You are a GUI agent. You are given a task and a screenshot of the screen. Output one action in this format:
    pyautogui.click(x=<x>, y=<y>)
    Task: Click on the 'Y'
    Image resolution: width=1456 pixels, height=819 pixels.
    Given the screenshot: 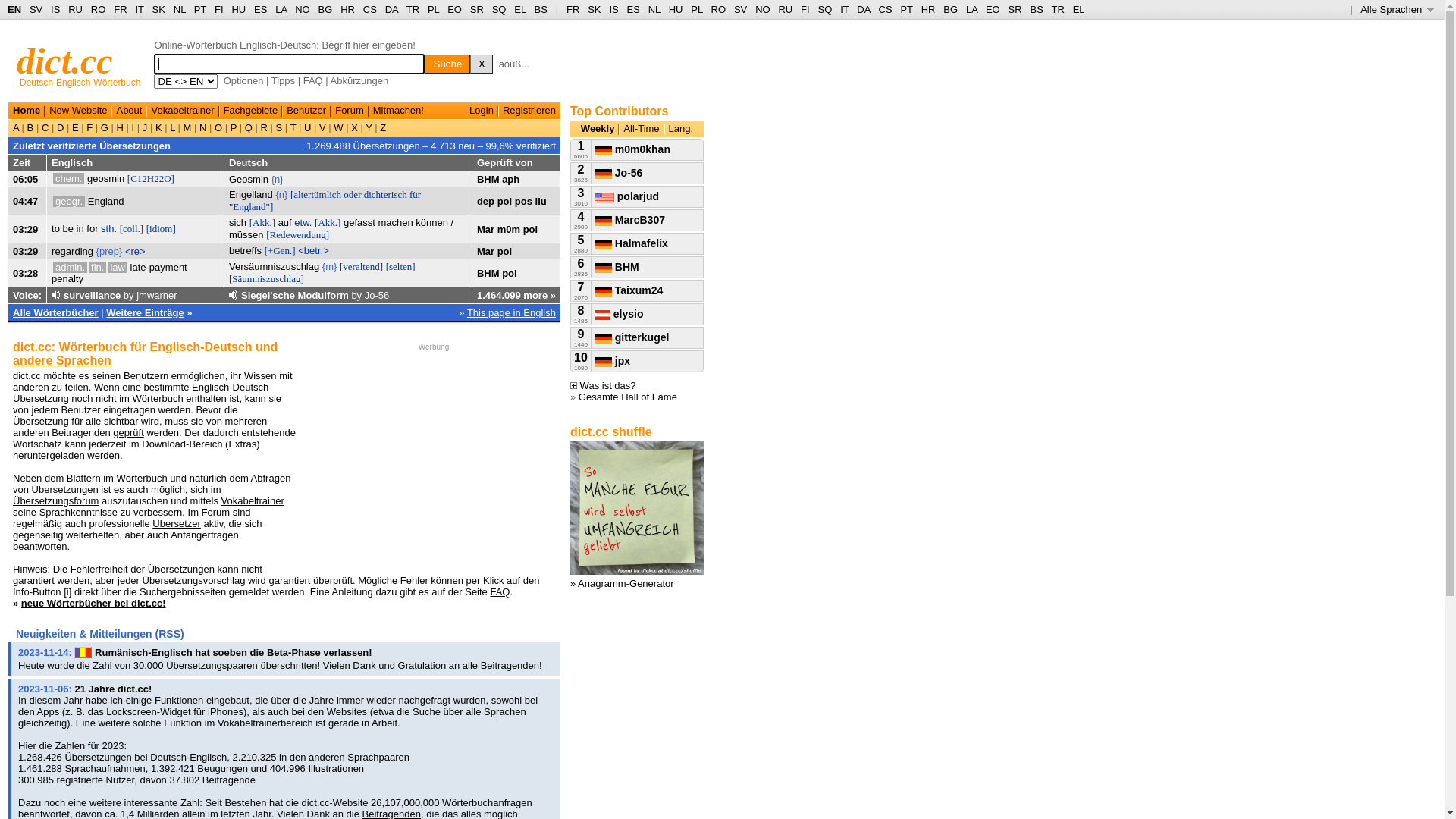 What is the action you would take?
    pyautogui.click(x=362, y=127)
    